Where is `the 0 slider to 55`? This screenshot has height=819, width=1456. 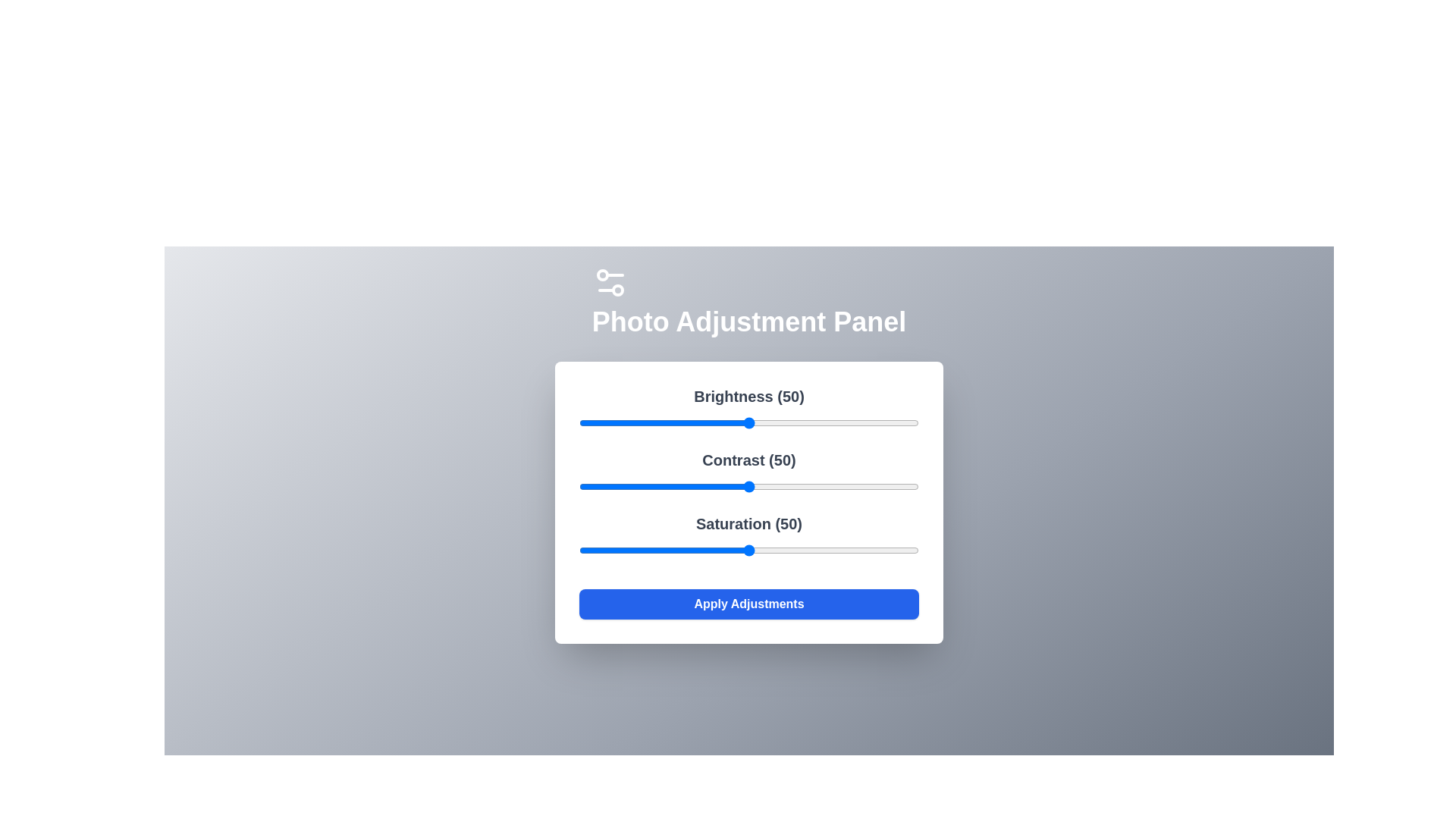
the 0 slider to 55 is located at coordinates (766, 423).